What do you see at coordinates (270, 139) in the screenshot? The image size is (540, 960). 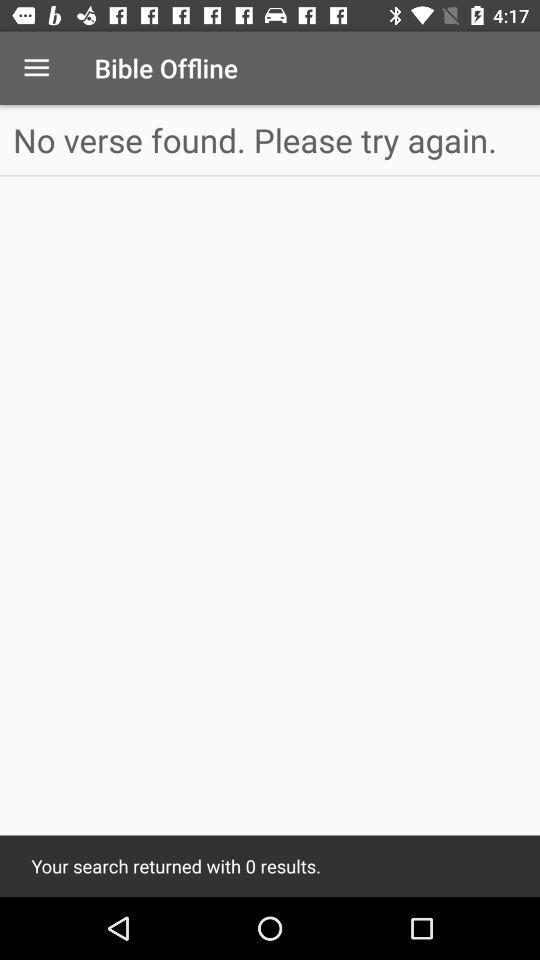 I see `item above the your search returned icon` at bounding box center [270, 139].